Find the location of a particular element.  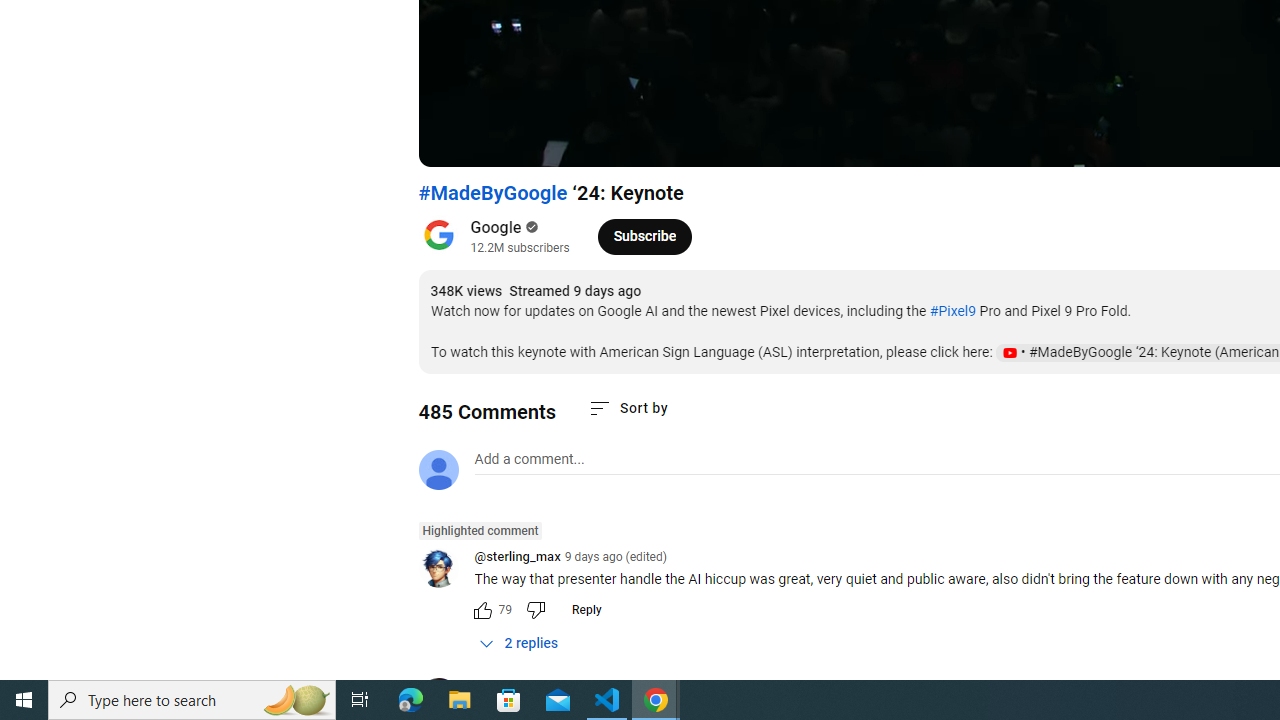

'2 replies' is located at coordinates (519, 643).